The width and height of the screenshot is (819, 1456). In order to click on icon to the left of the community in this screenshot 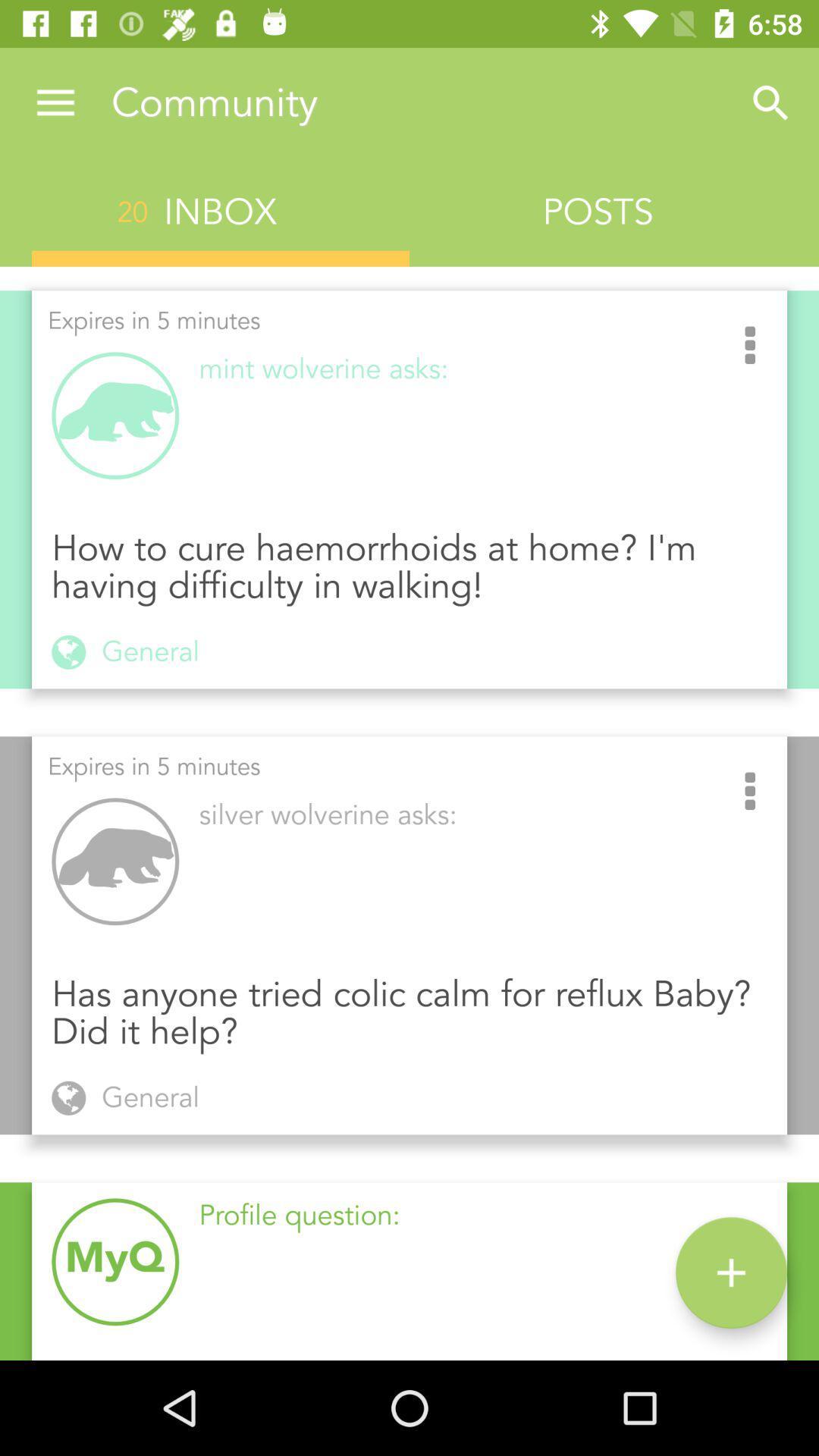, I will do `click(55, 102)`.